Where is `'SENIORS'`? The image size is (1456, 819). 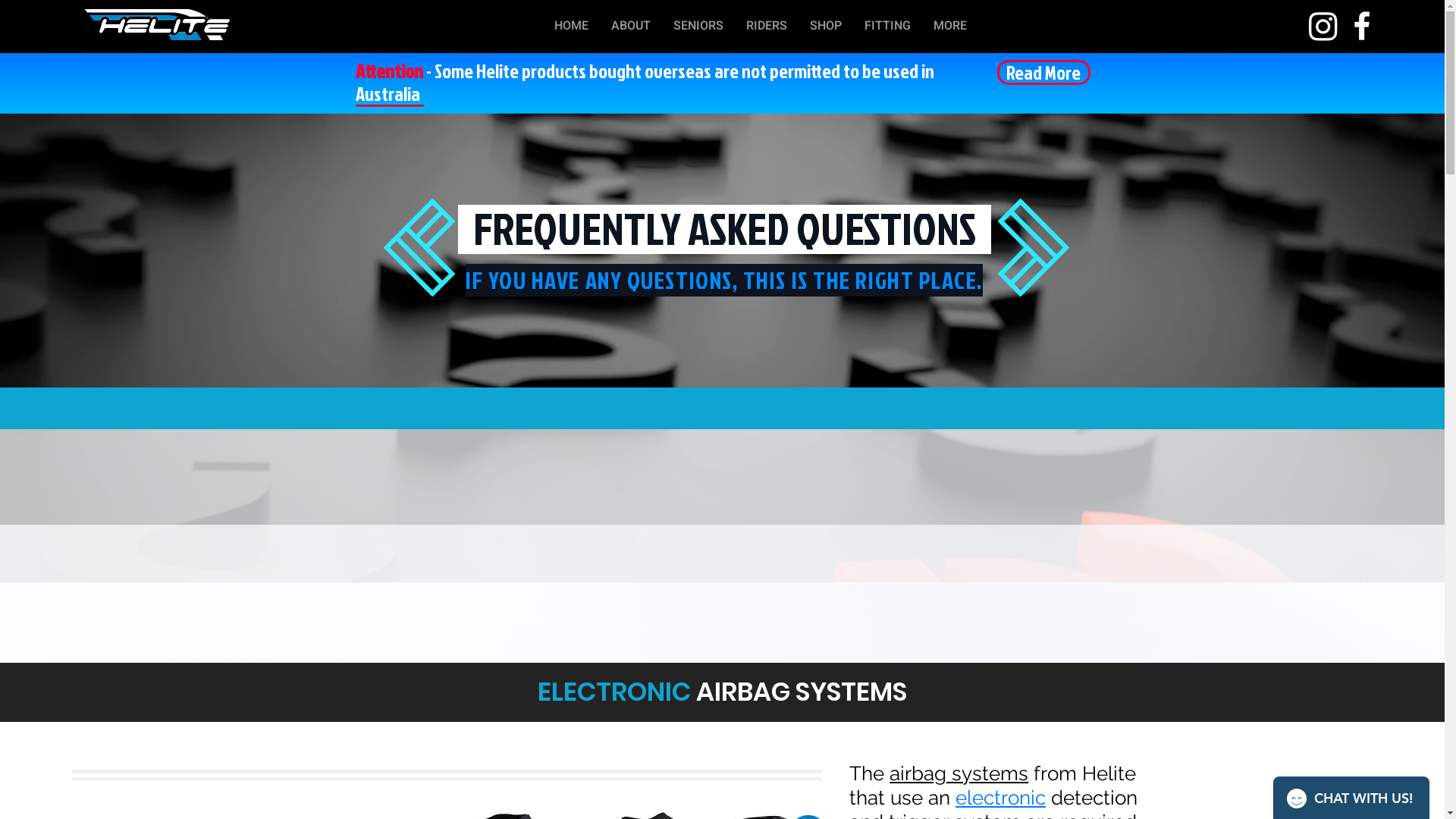 'SENIORS' is located at coordinates (698, 26).